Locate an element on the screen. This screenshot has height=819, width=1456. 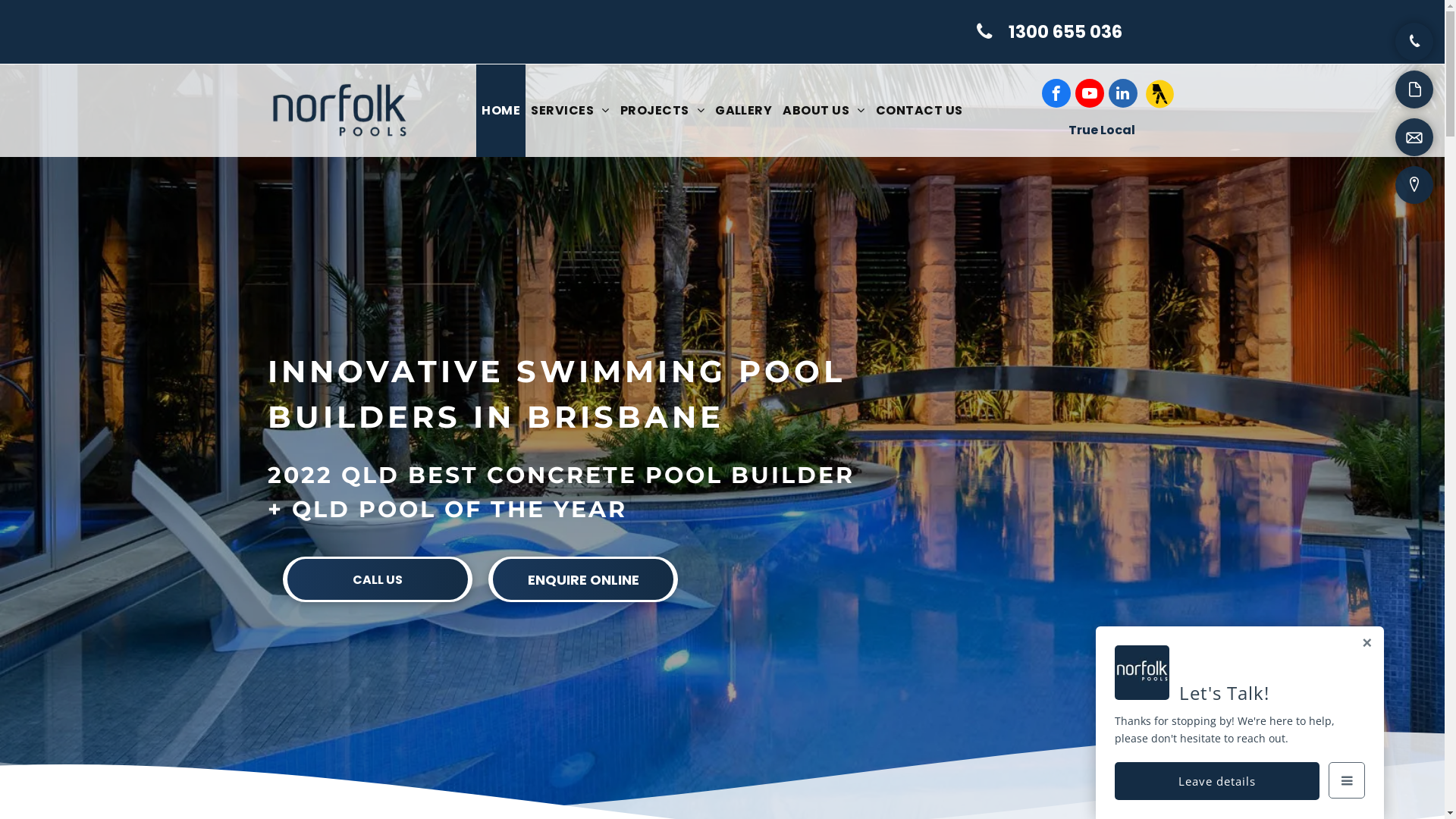
'HOME' is located at coordinates (500, 110).